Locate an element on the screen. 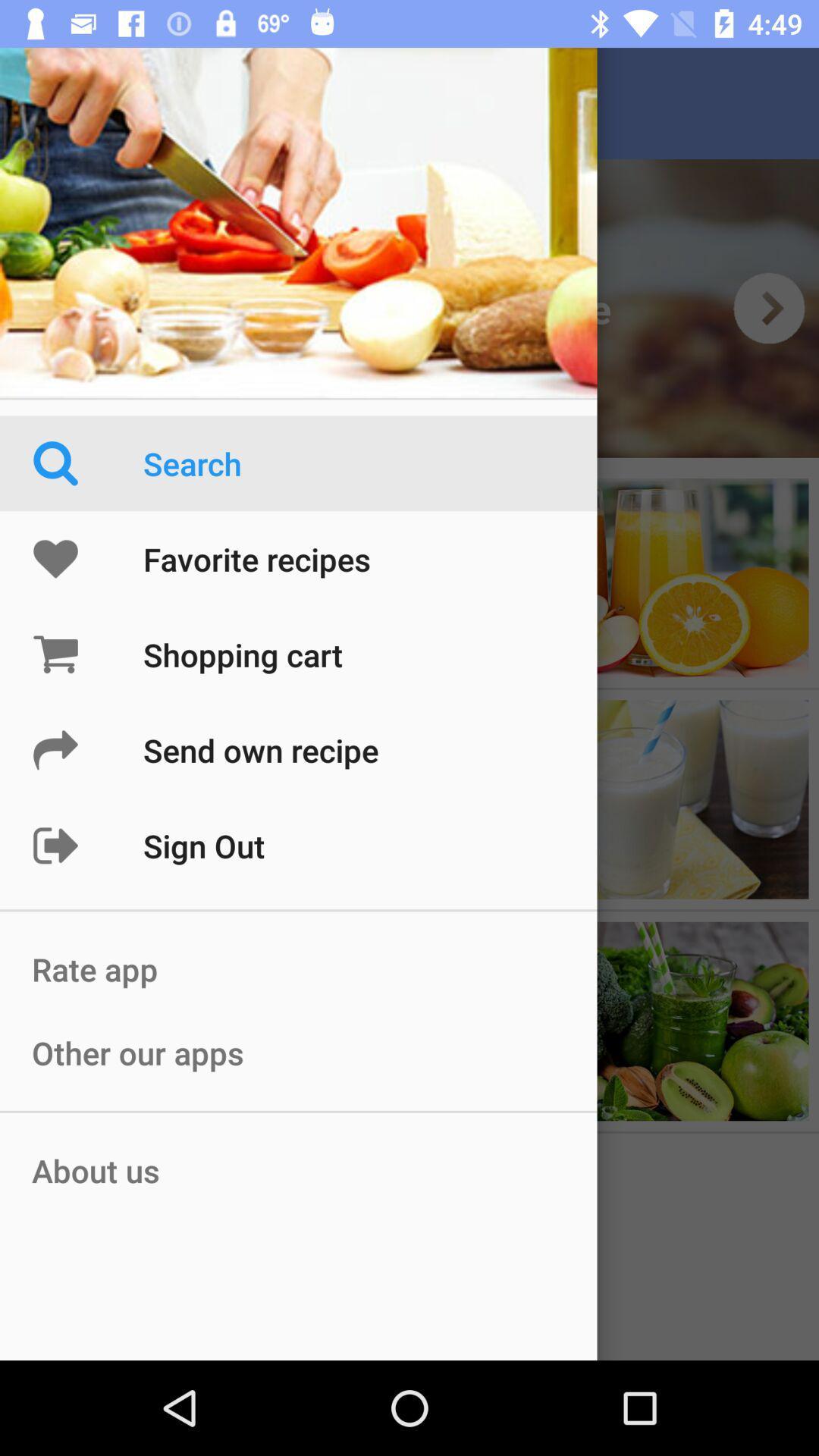 Image resolution: width=819 pixels, height=1456 pixels. the visibility icon is located at coordinates (769, 307).